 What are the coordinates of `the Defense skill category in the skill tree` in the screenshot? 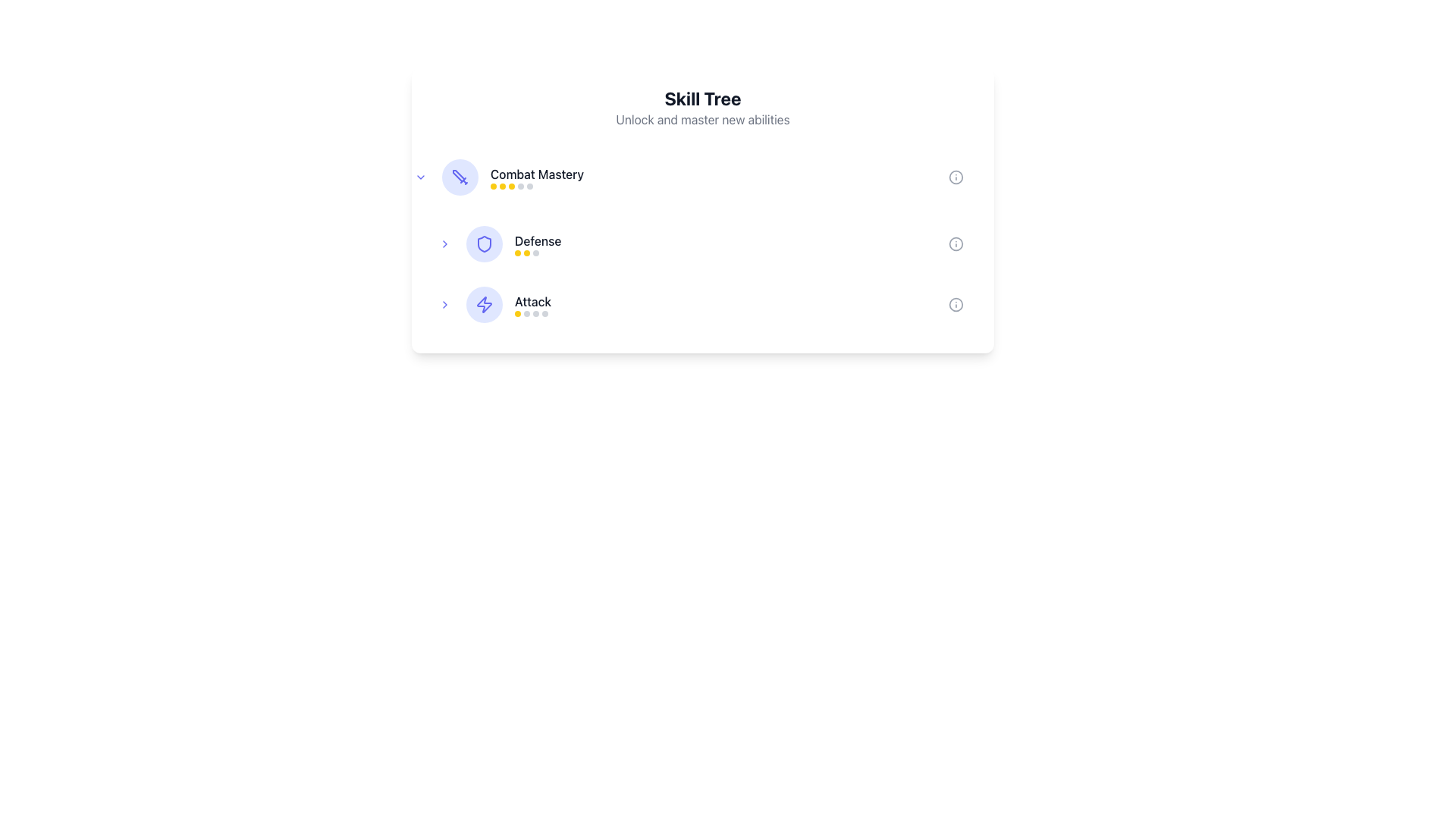 It's located at (714, 243).